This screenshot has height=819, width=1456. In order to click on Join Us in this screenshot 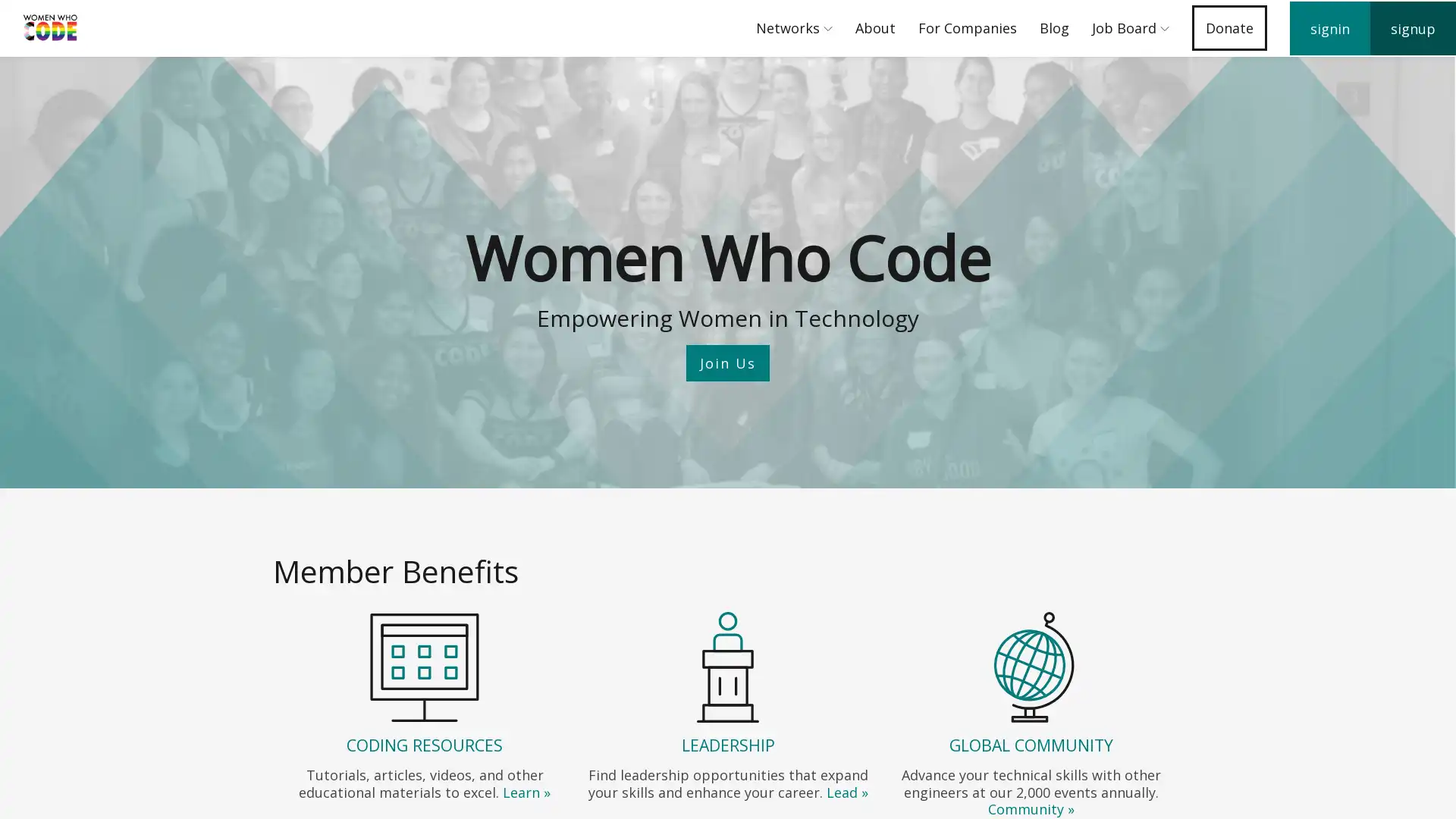, I will do `click(728, 362)`.